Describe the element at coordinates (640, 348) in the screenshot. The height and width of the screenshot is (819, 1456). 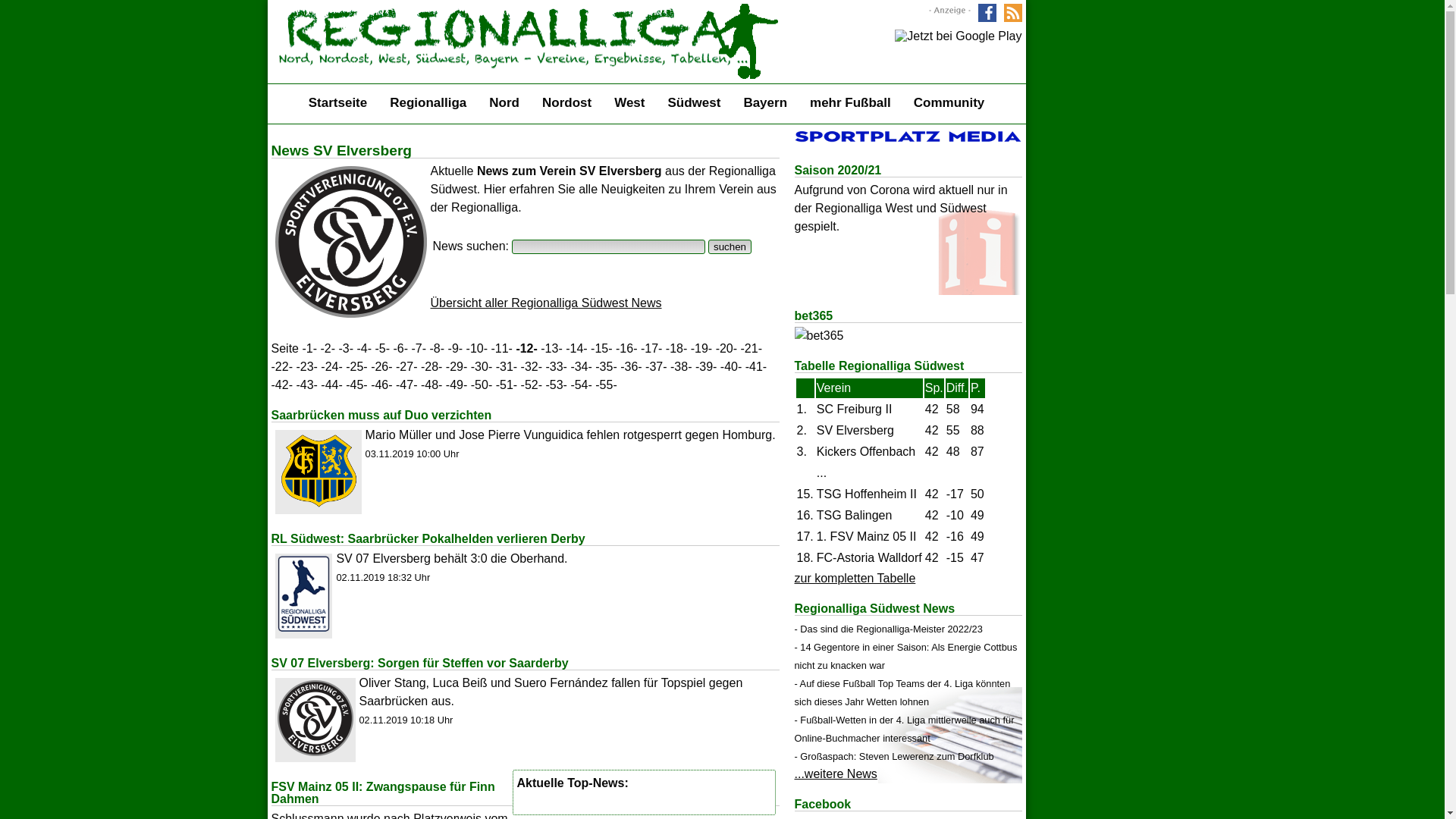
I see `'-17-'` at that location.